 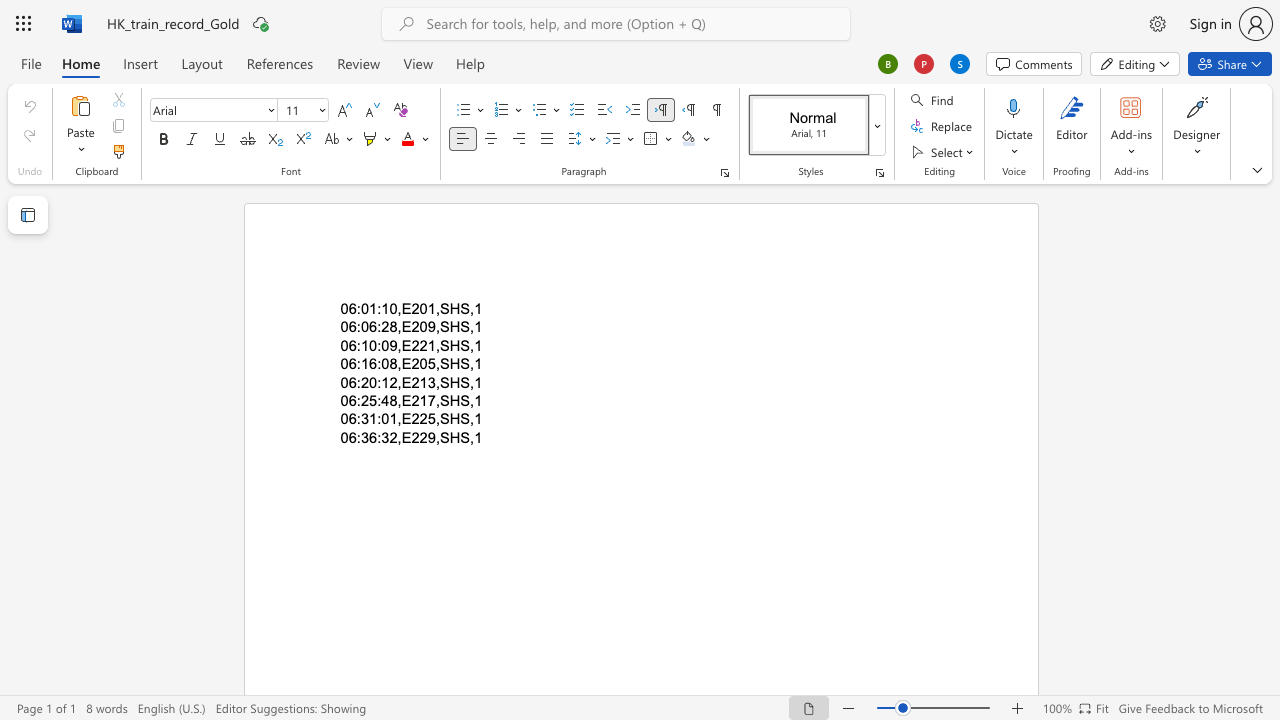 I want to click on the space between the continuous character "1" and "6" in the text, so click(x=369, y=364).